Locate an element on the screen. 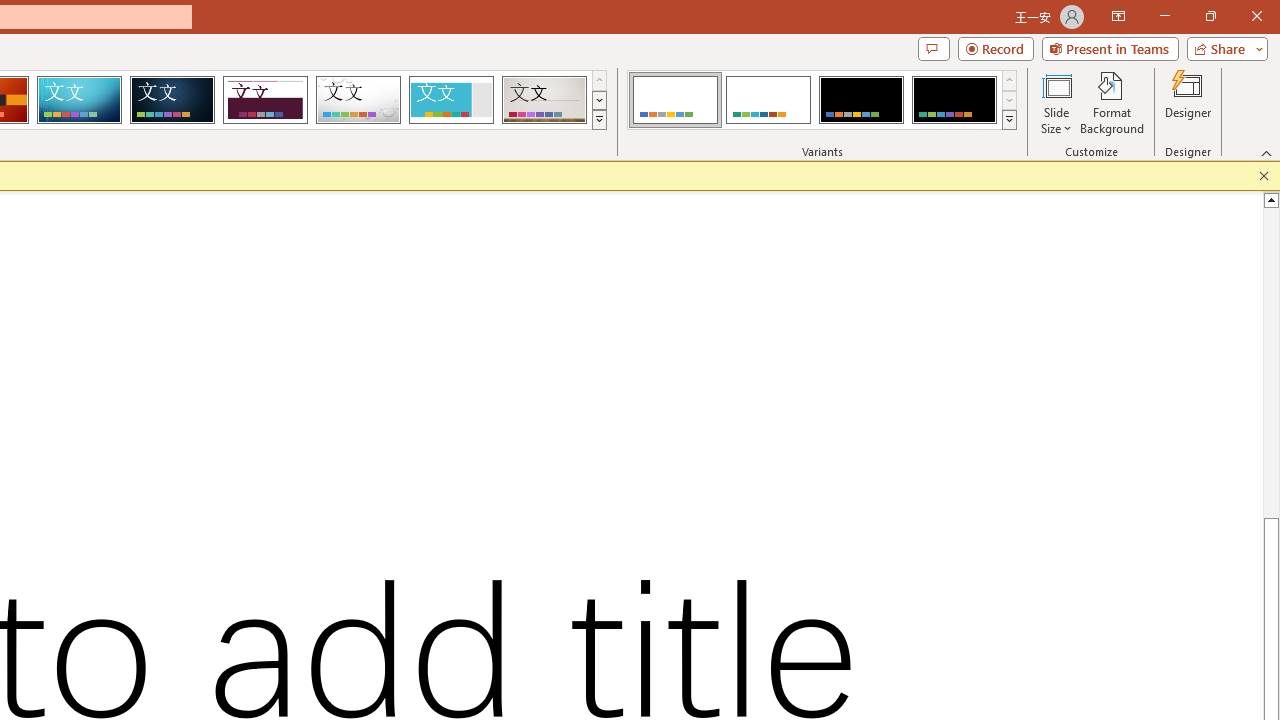 This screenshot has height=720, width=1280. 'Gallery' is located at coordinates (544, 100).